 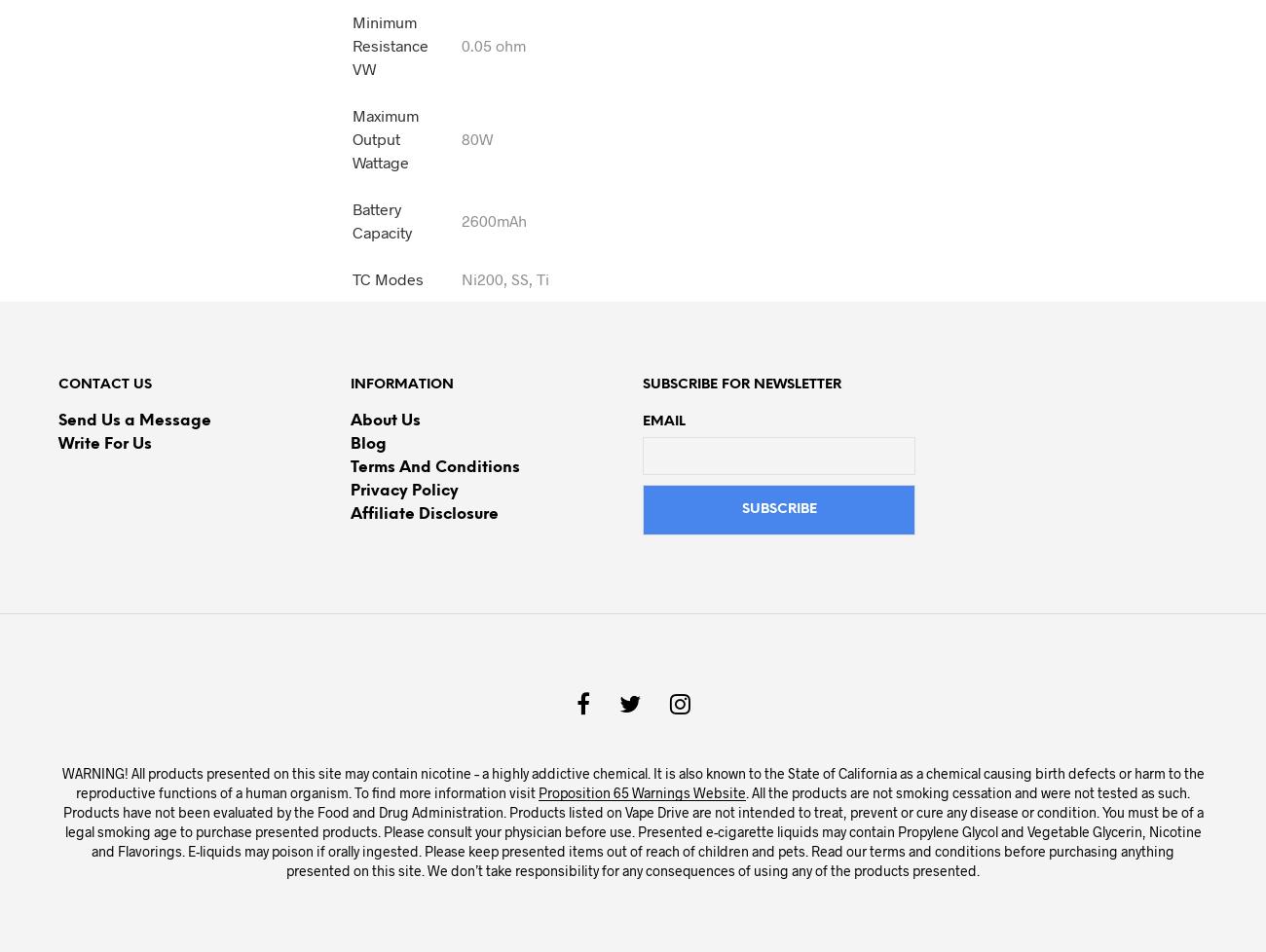 What do you see at coordinates (641, 790) in the screenshot?
I see `'Proposition 65 Warnings Website'` at bounding box center [641, 790].